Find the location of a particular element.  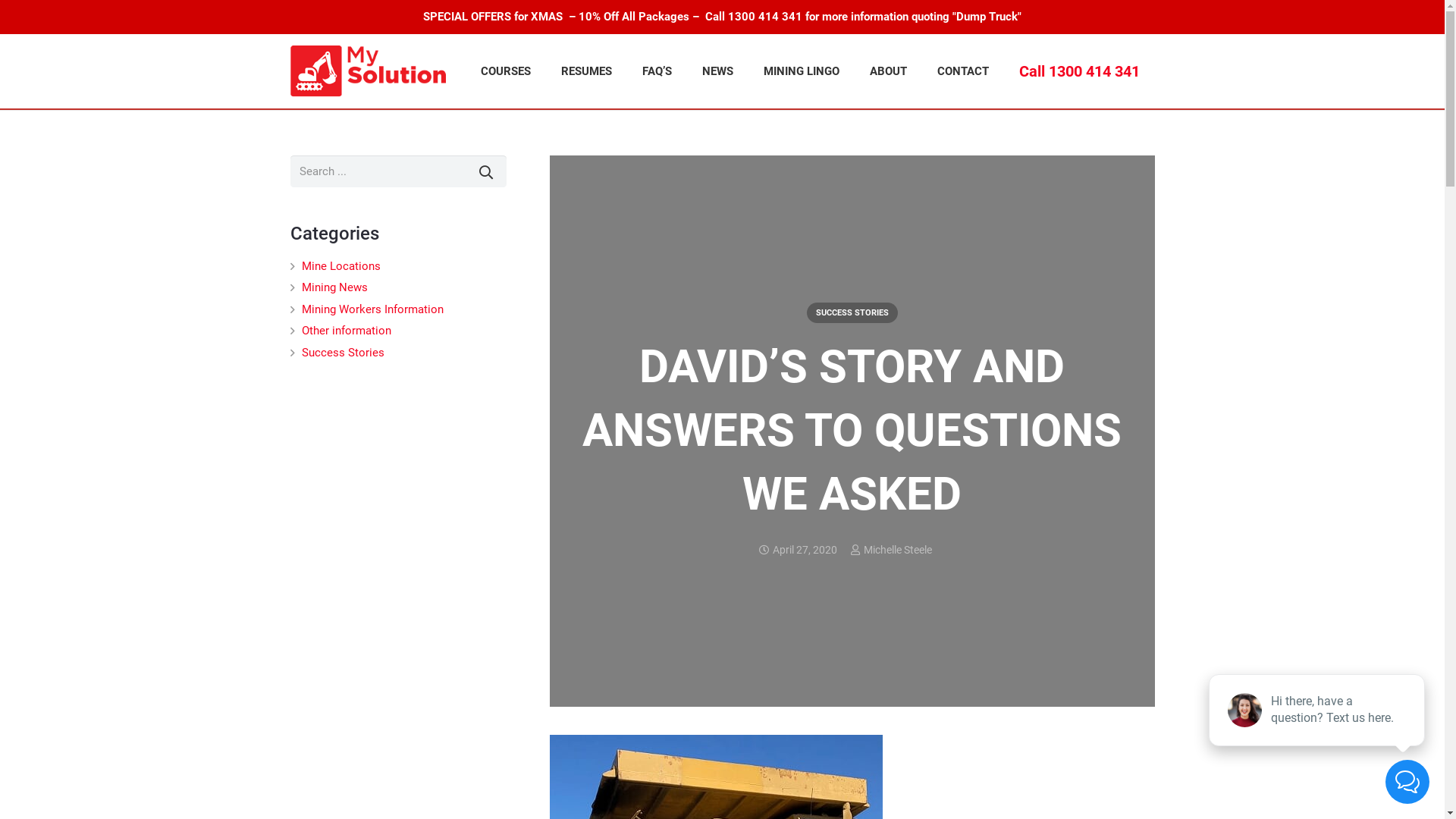

'CONTACT' is located at coordinates (962, 71).